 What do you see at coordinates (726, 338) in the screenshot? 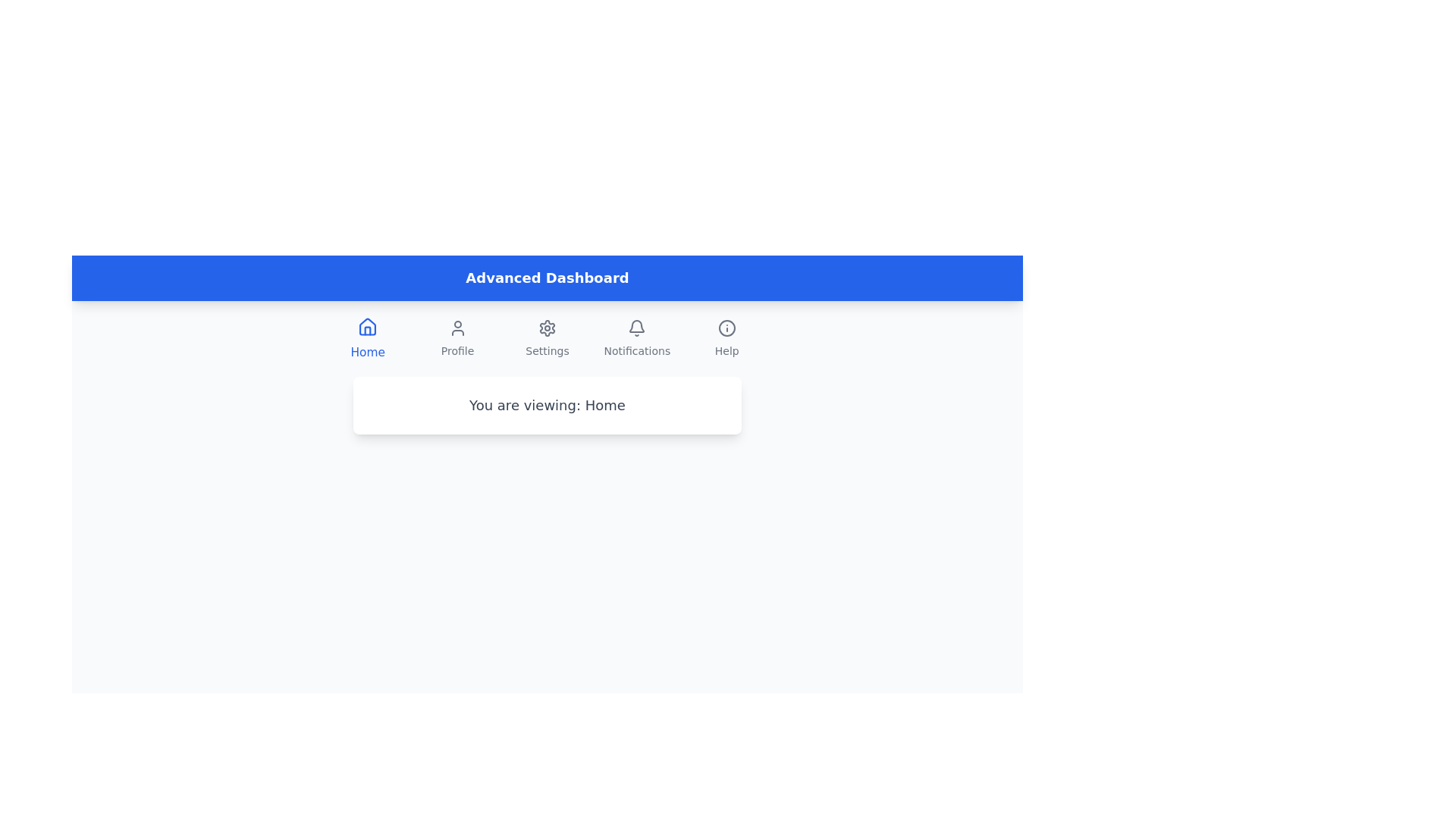
I see `the Help button, which is a circular icon with an 'i' inside and a text label 'Help' below it, located at the top center of the interface` at bounding box center [726, 338].